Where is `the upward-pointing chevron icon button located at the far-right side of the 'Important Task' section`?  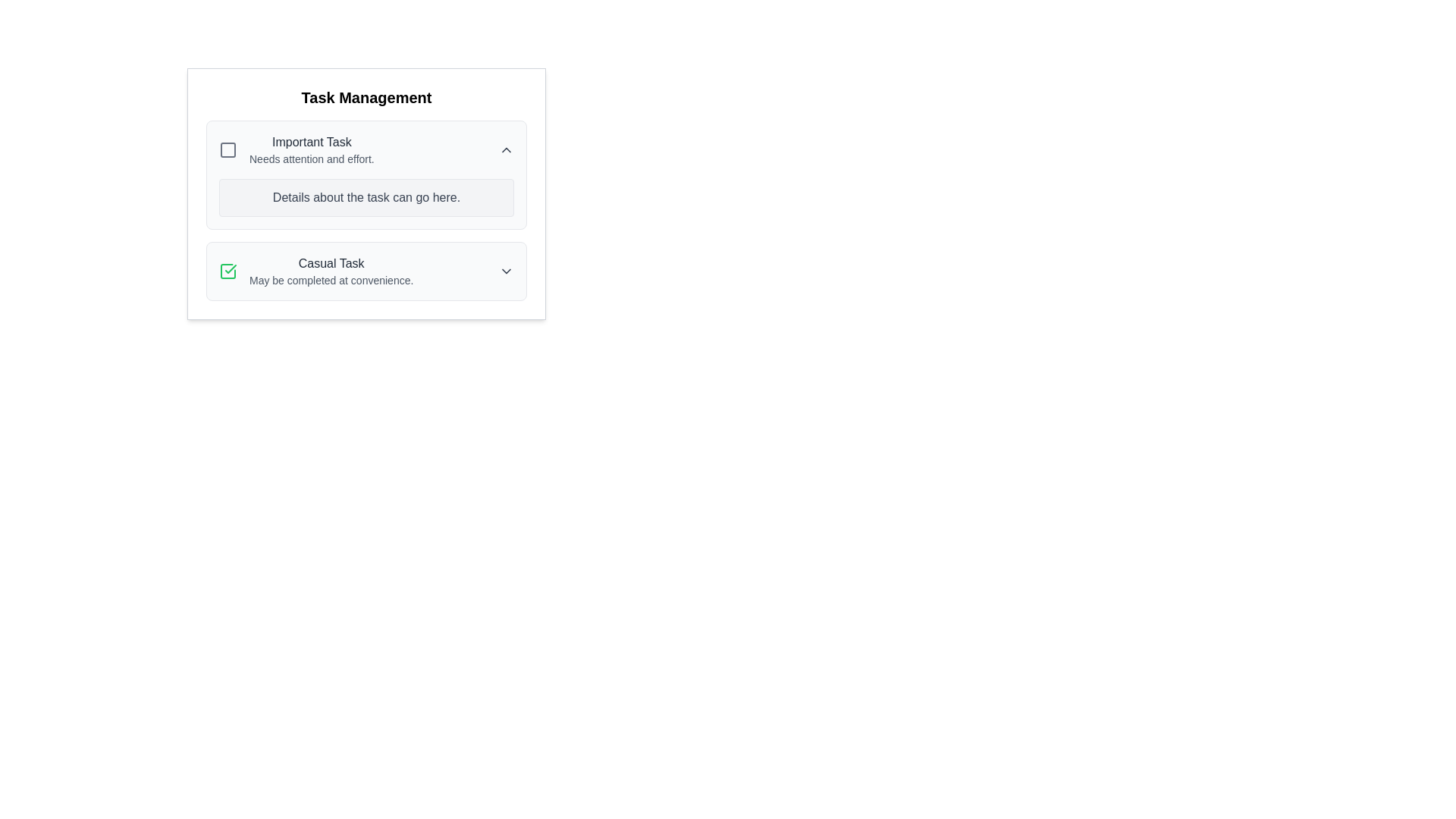
the upward-pointing chevron icon button located at the far-right side of the 'Important Task' section is located at coordinates (506, 149).